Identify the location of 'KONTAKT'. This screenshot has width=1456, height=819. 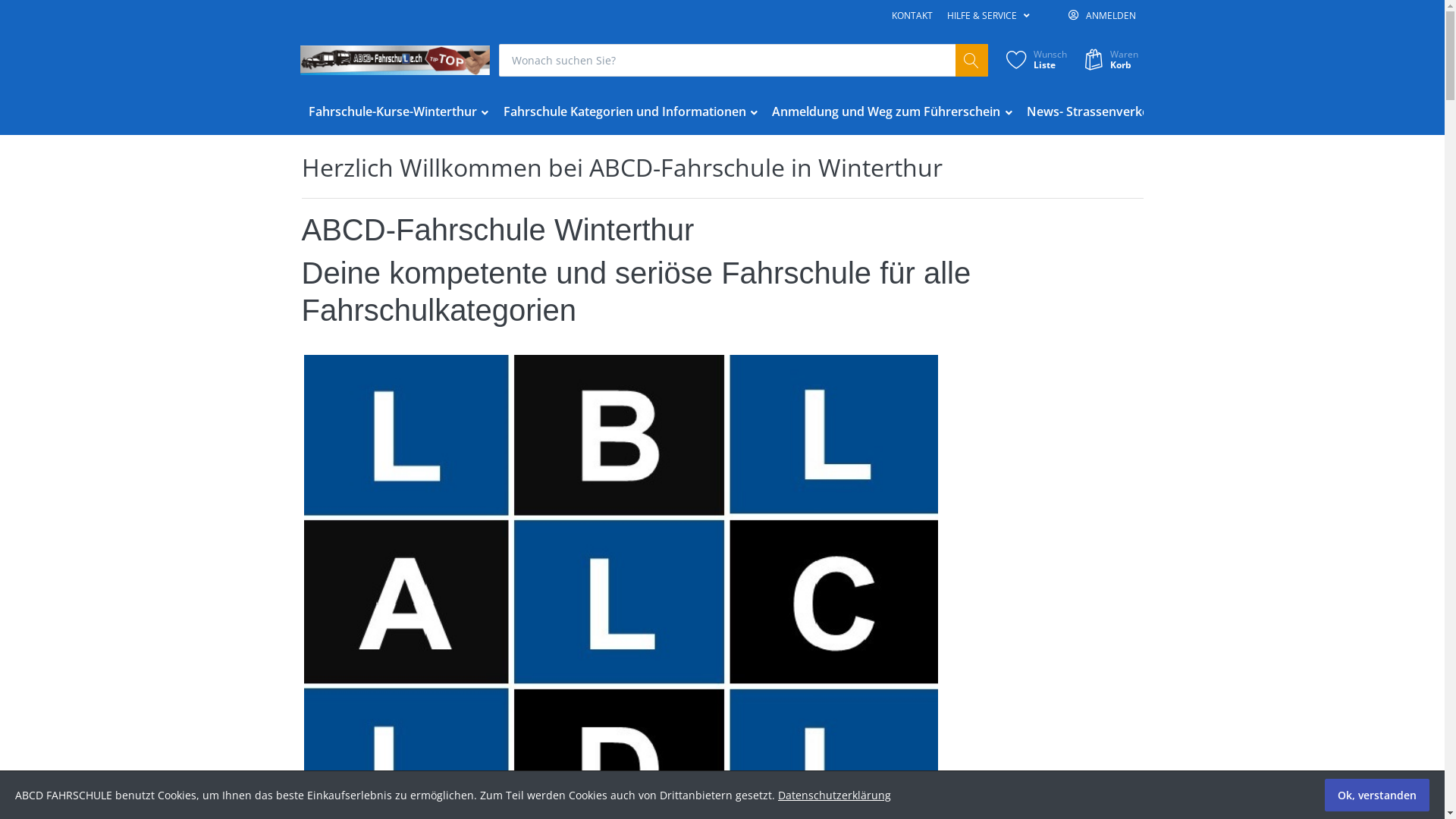
(911, 15).